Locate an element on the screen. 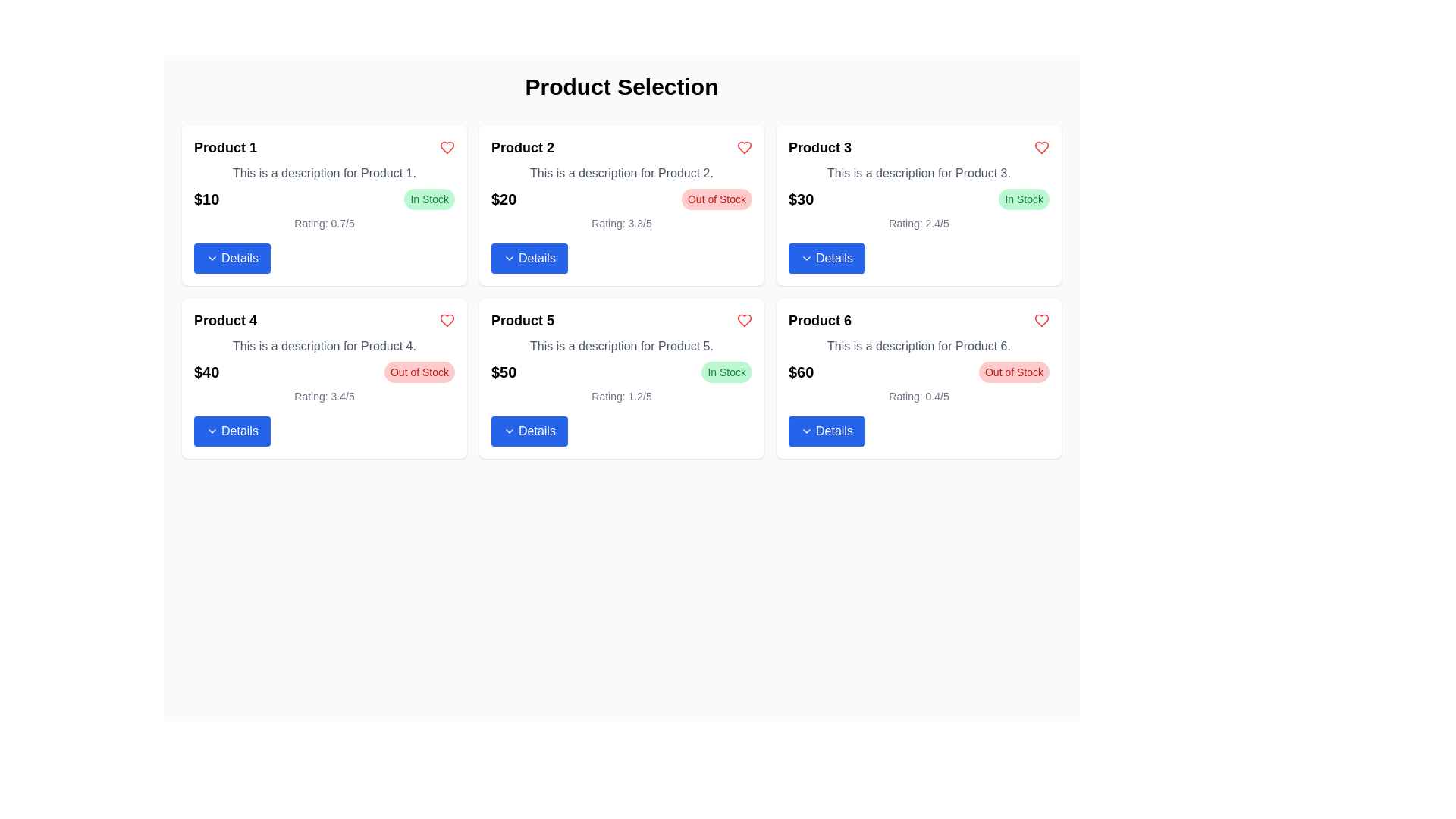 This screenshot has width=1456, height=819. the price label of 'Product 2', which is positioned below the product title and above the 'Details' button on the second card in the top row of the grid layout is located at coordinates (504, 198).